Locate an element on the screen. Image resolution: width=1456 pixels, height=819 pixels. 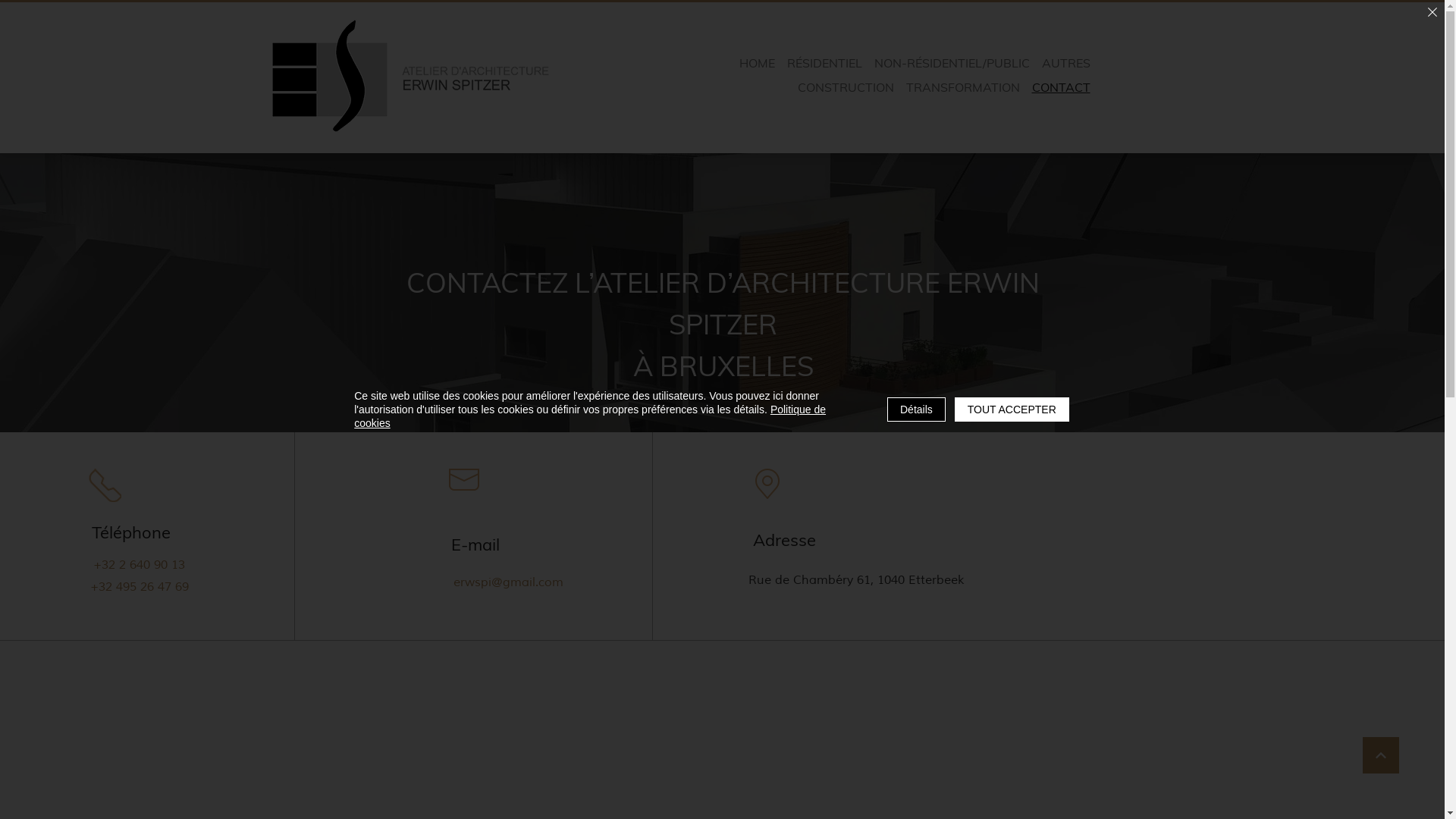
'+32 495 26 47 69' is located at coordinates (143, 585).